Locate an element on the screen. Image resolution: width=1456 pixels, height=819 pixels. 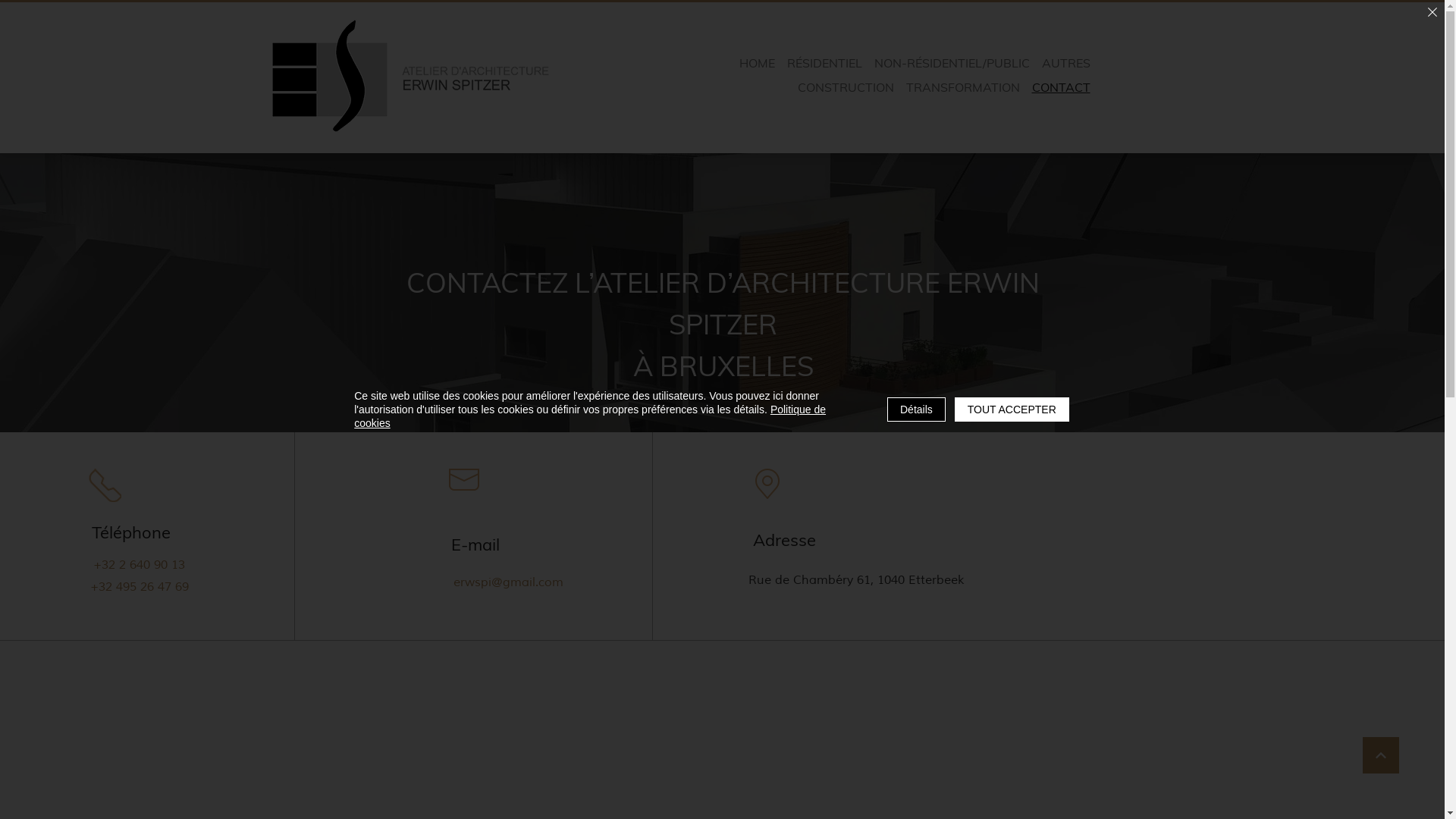
'+32 495 26 47 69' is located at coordinates (143, 585).